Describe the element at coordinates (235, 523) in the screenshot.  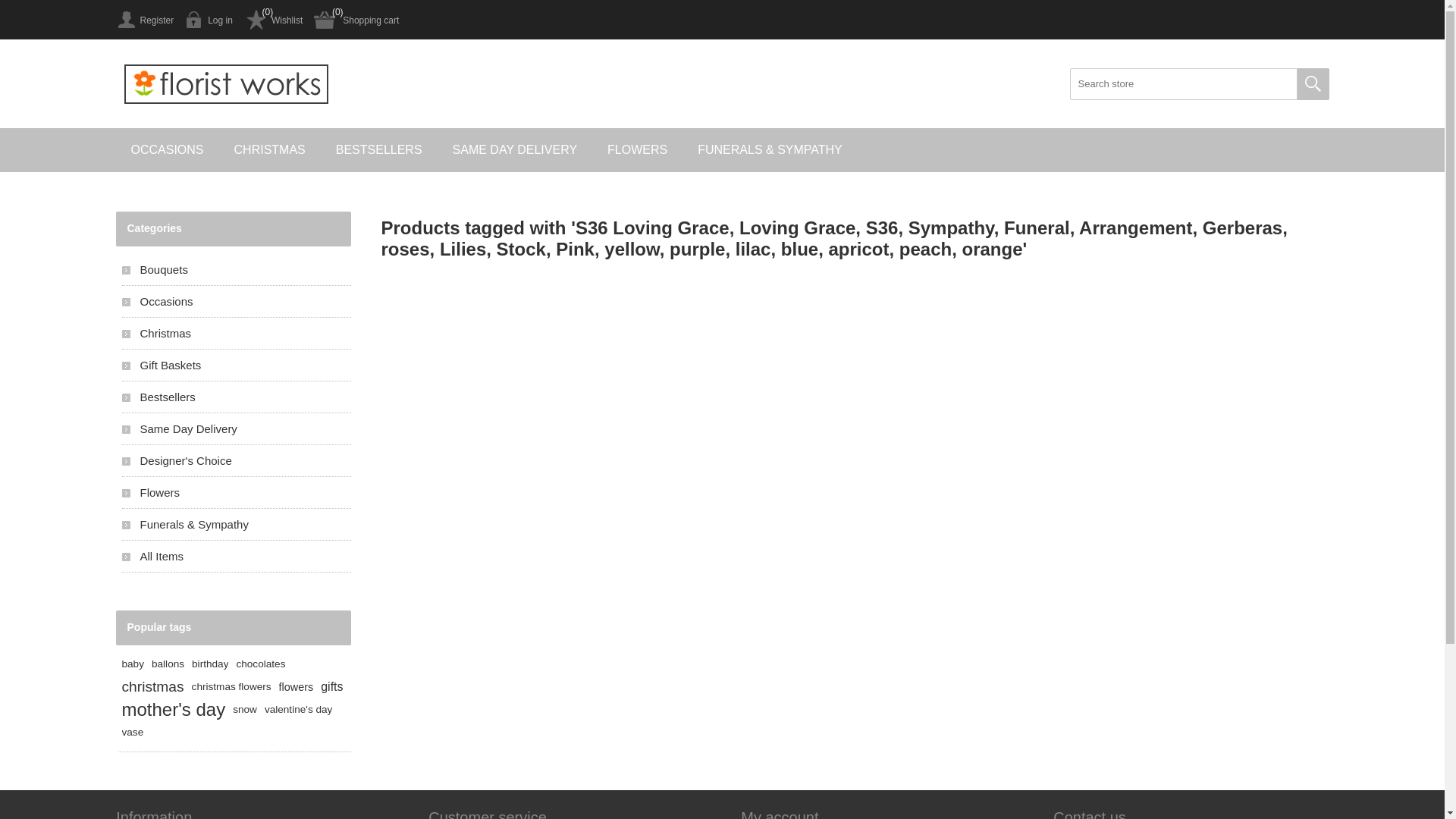
I see `'Funerals & Sympathy'` at that location.